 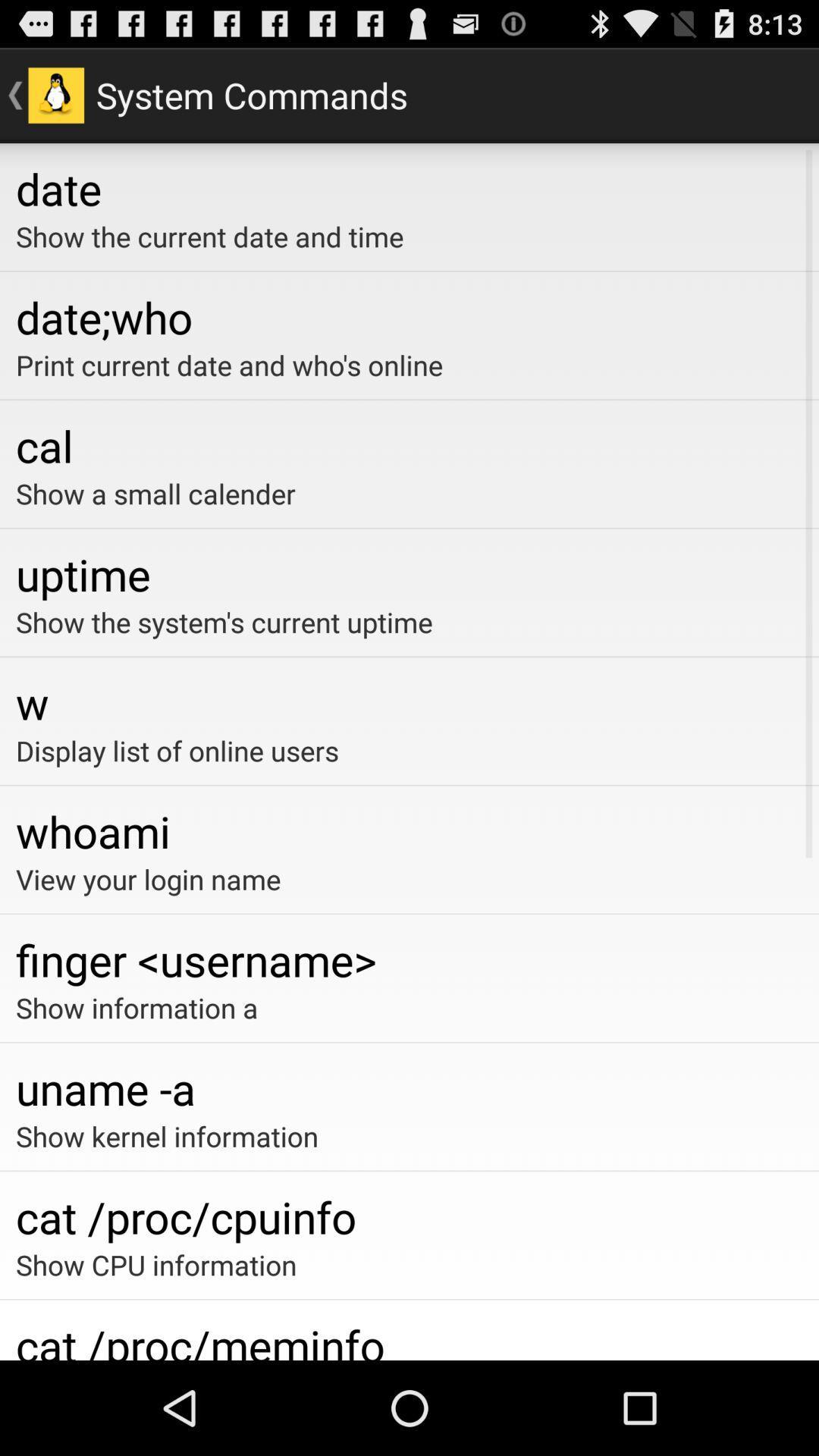 What do you see at coordinates (409, 1087) in the screenshot?
I see `the uname -a item` at bounding box center [409, 1087].